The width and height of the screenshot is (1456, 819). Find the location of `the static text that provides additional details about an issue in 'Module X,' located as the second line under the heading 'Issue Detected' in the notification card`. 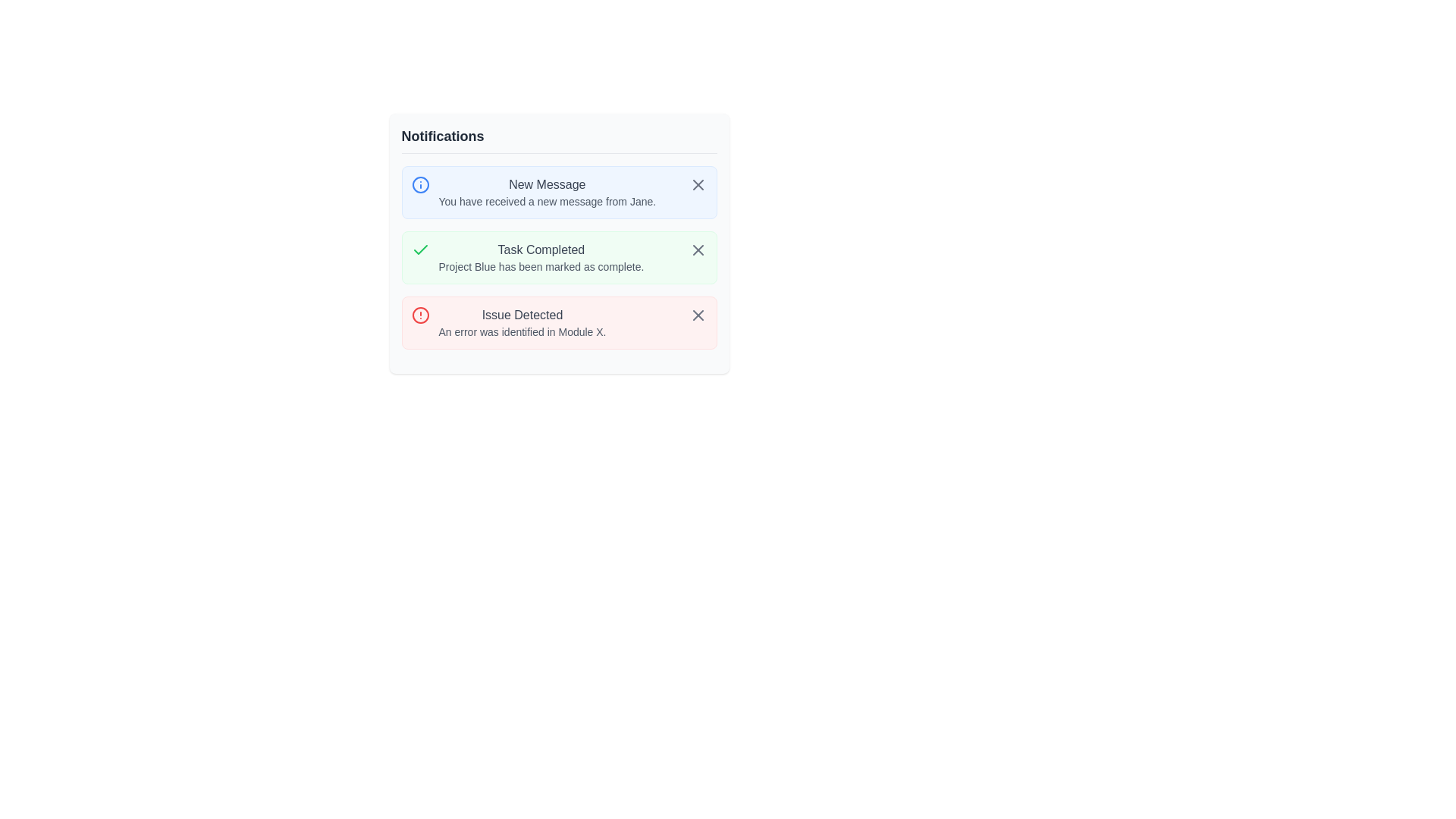

the static text that provides additional details about an issue in 'Module X,' located as the second line under the heading 'Issue Detected' in the notification card is located at coordinates (522, 331).